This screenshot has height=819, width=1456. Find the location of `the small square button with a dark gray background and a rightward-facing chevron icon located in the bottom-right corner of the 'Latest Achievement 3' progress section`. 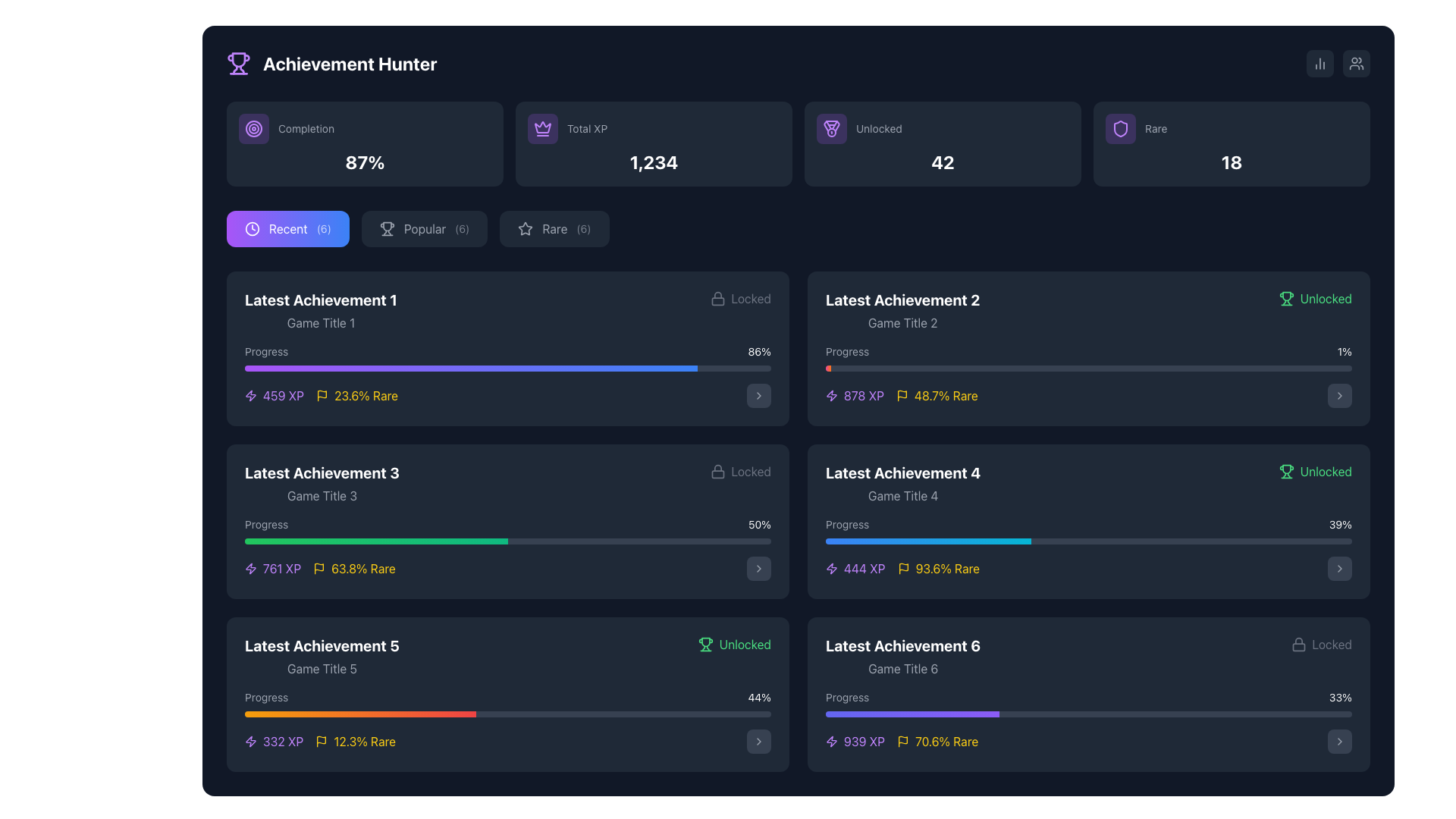

the small square button with a dark gray background and a rightward-facing chevron icon located in the bottom-right corner of the 'Latest Achievement 3' progress section is located at coordinates (759, 568).